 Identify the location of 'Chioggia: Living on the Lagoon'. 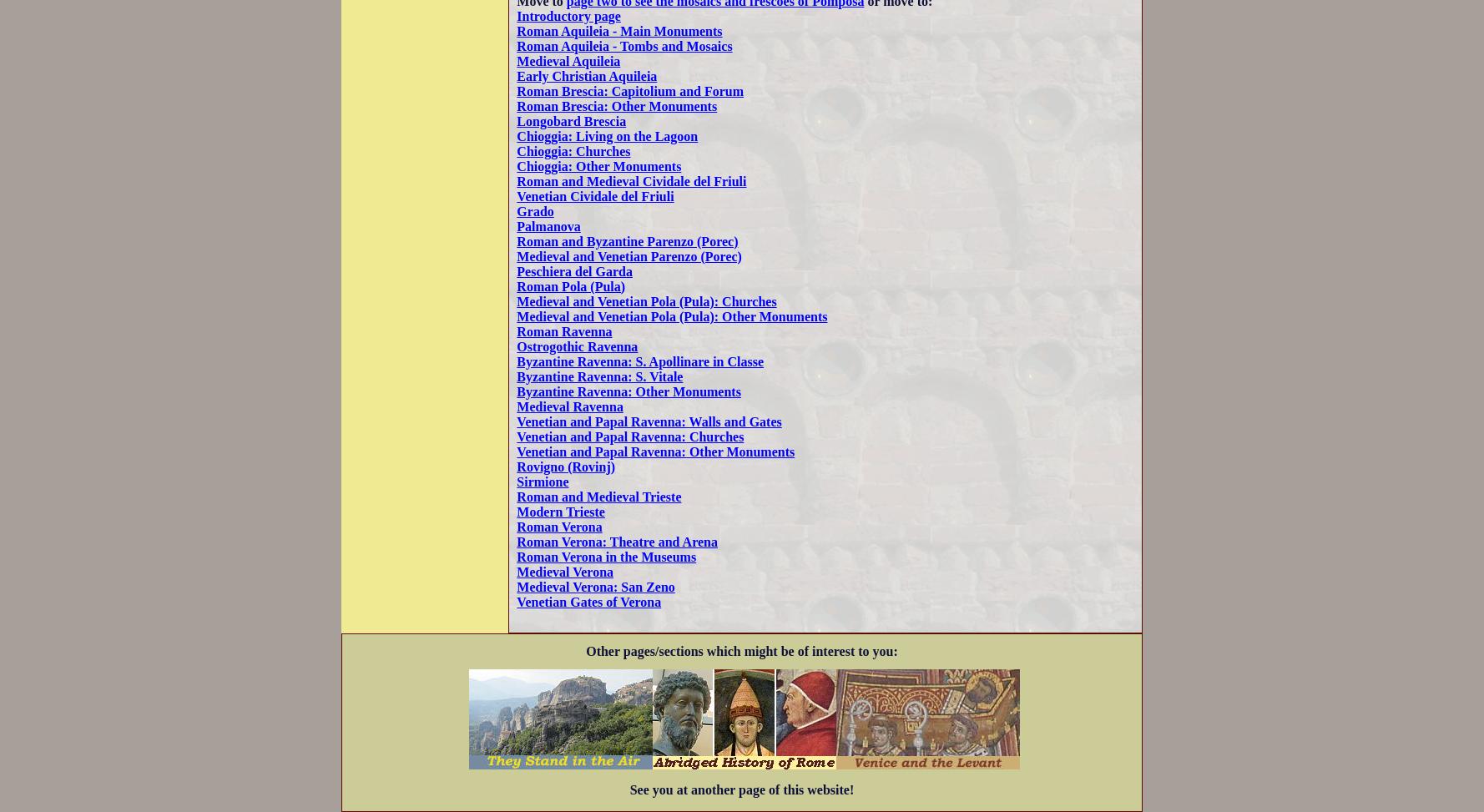
(606, 135).